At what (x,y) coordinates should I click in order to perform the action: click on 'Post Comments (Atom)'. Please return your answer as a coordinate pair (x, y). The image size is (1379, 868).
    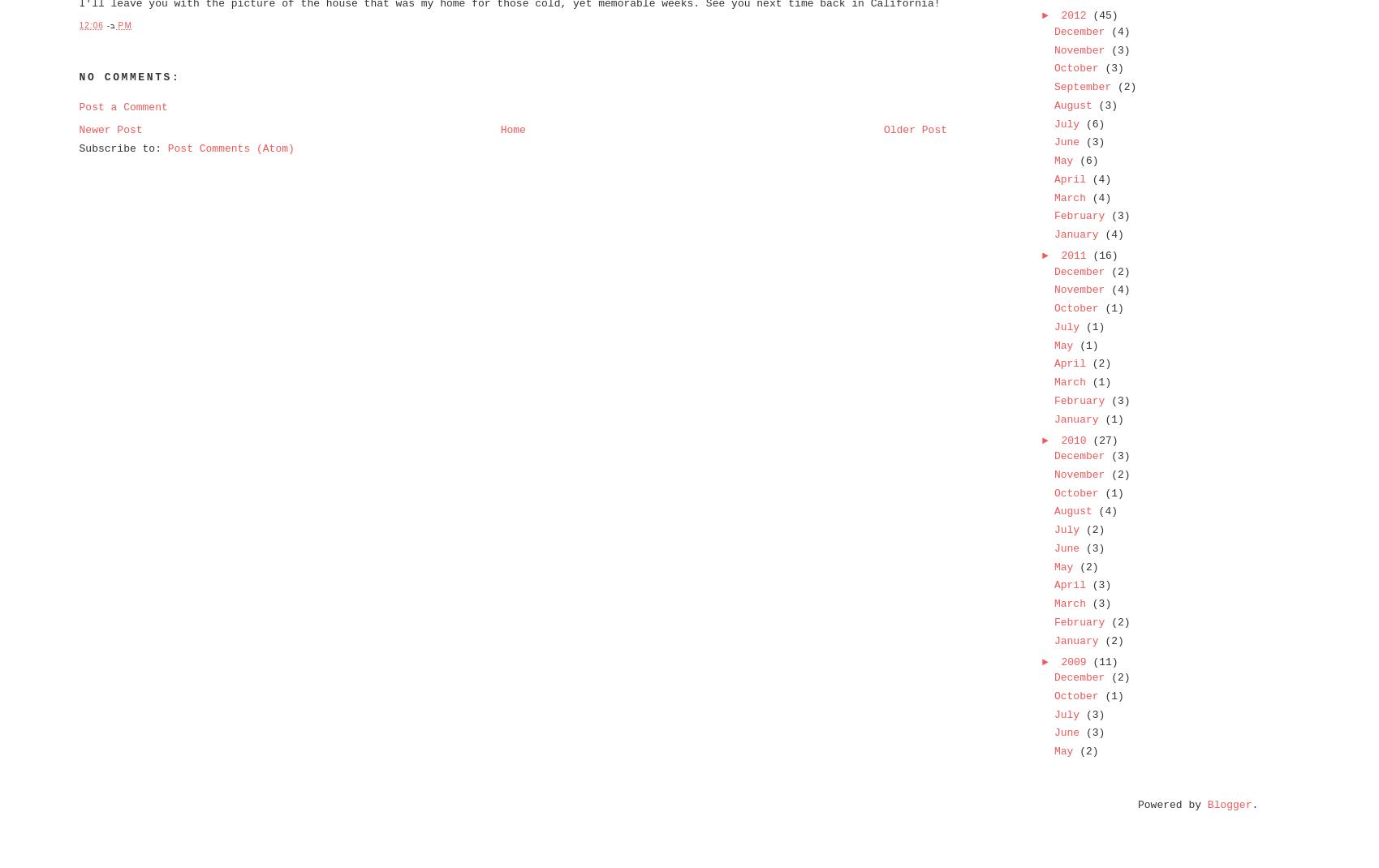
    Looking at the image, I should click on (166, 147).